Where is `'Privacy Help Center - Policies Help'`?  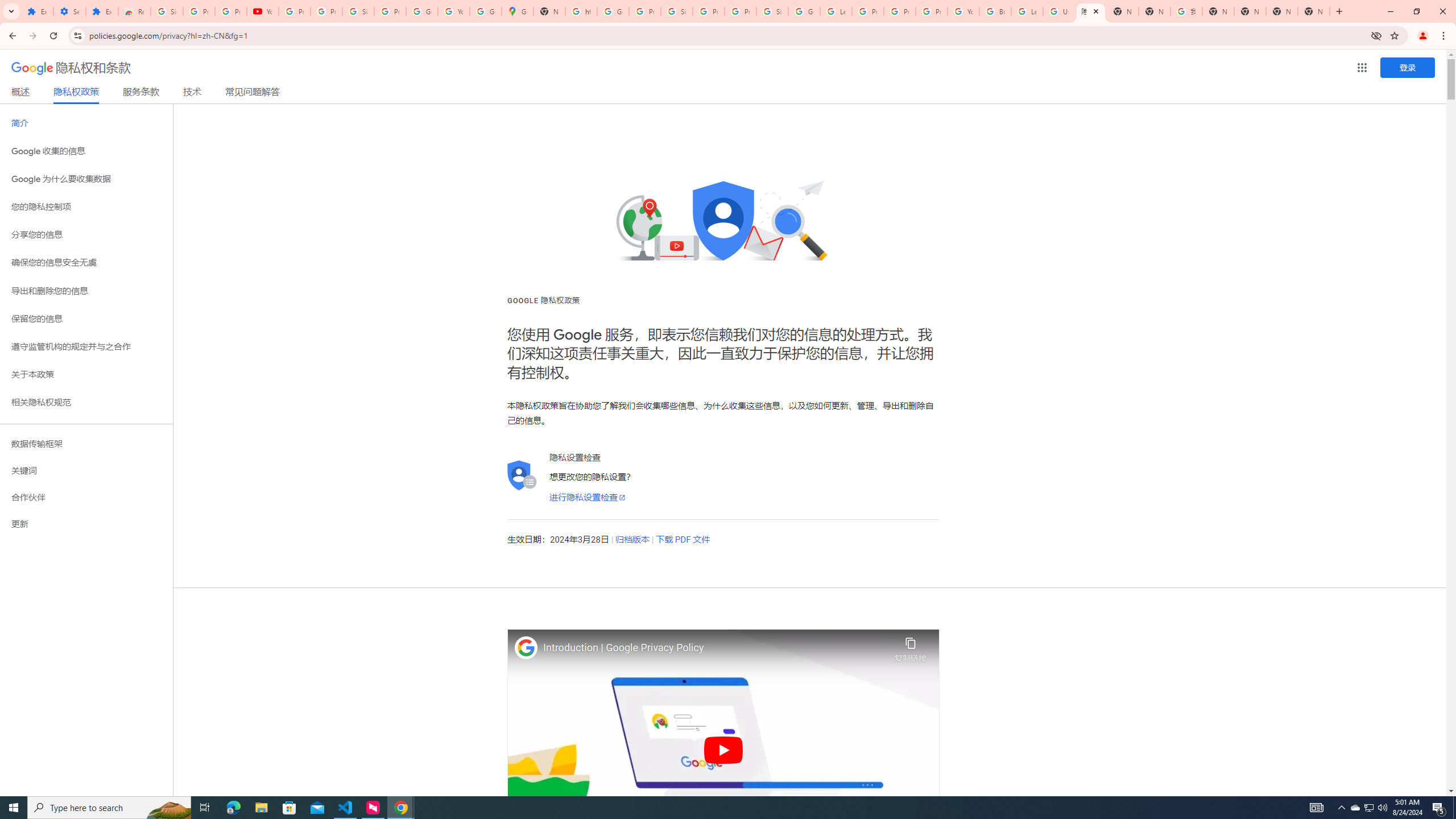
'Privacy Help Center - Policies Help' is located at coordinates (899, 11).